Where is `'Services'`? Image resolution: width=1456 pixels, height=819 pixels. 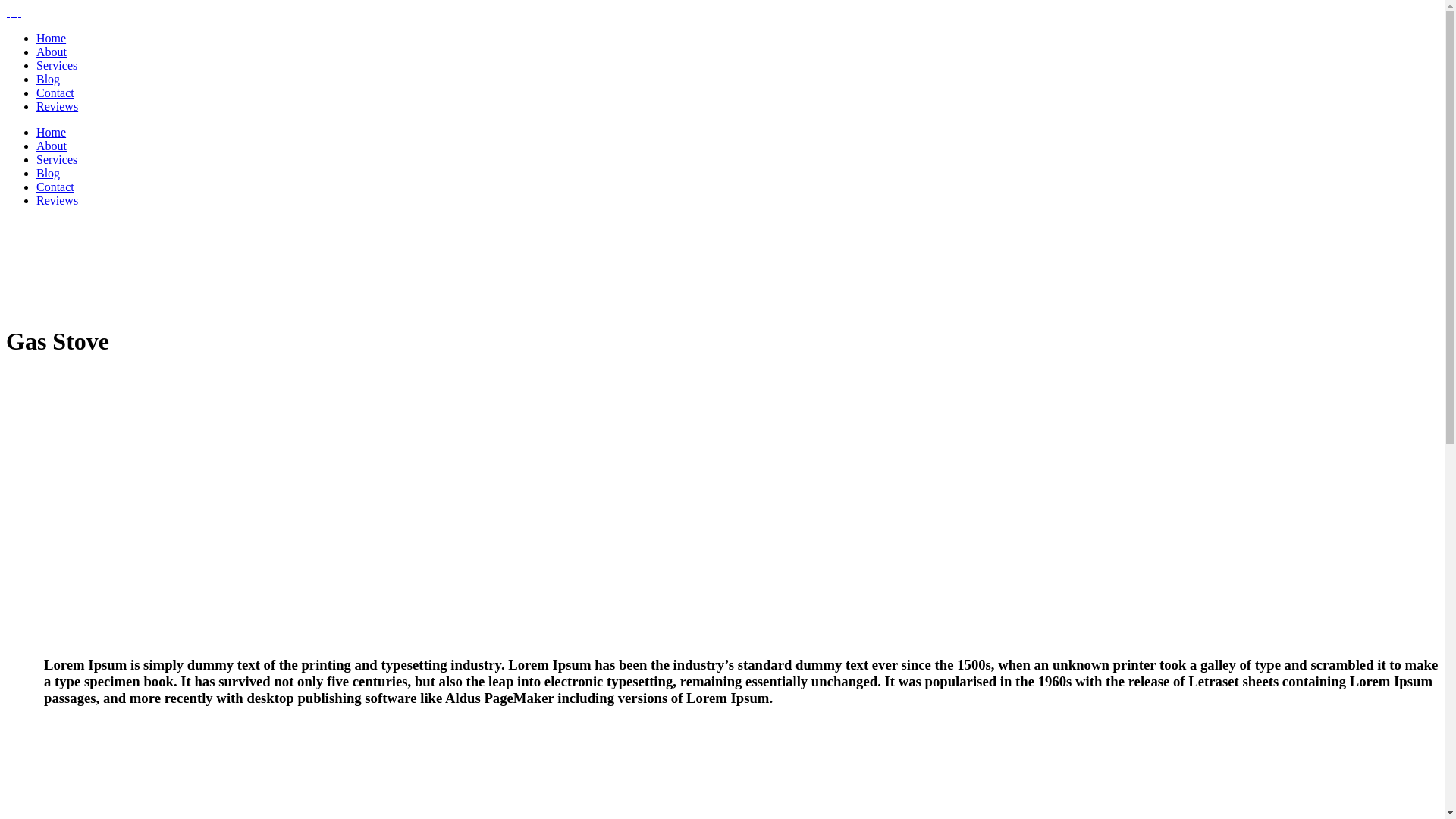 'Services' is located at coordinates (57, 159).